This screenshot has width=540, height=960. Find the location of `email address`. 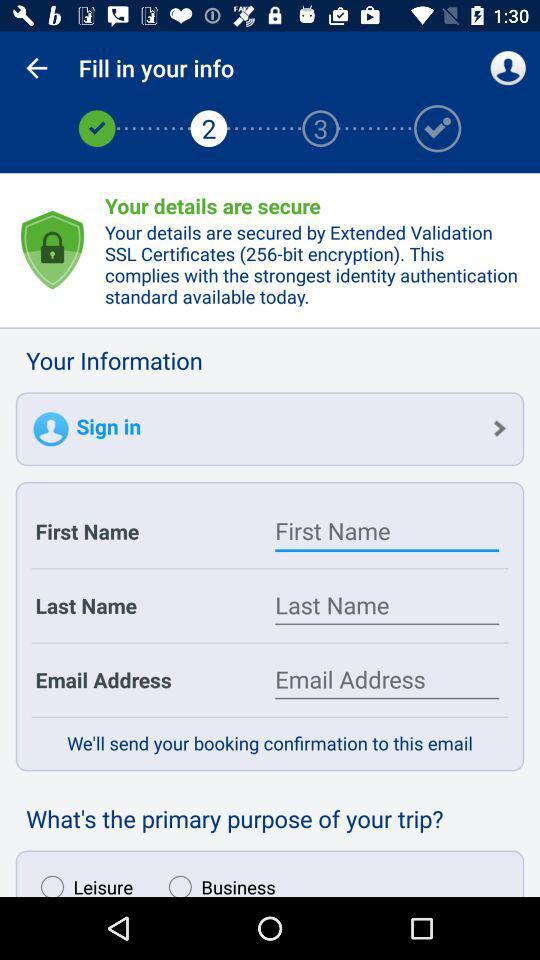

email address is located at coordinates (387, 679).